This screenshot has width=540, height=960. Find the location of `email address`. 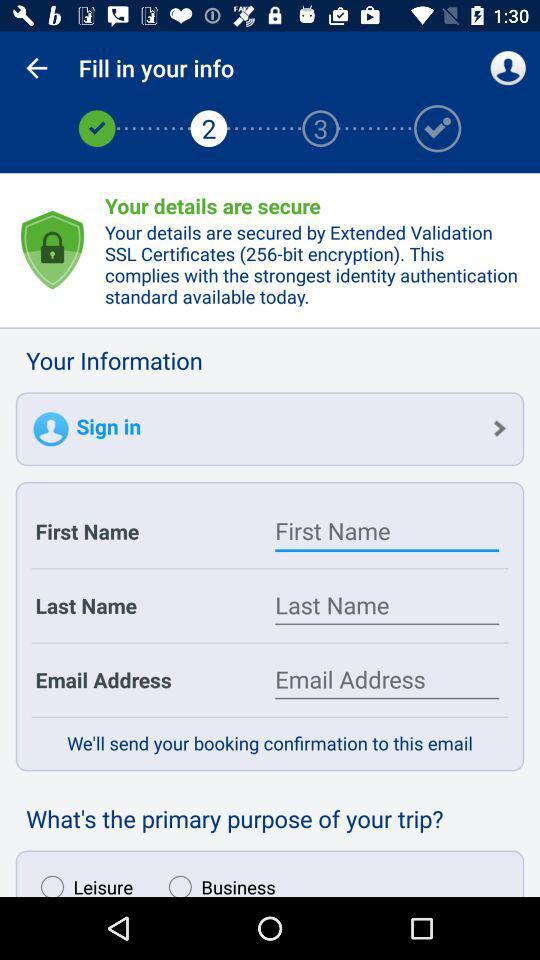

email address is located at coordinates (387, 679).